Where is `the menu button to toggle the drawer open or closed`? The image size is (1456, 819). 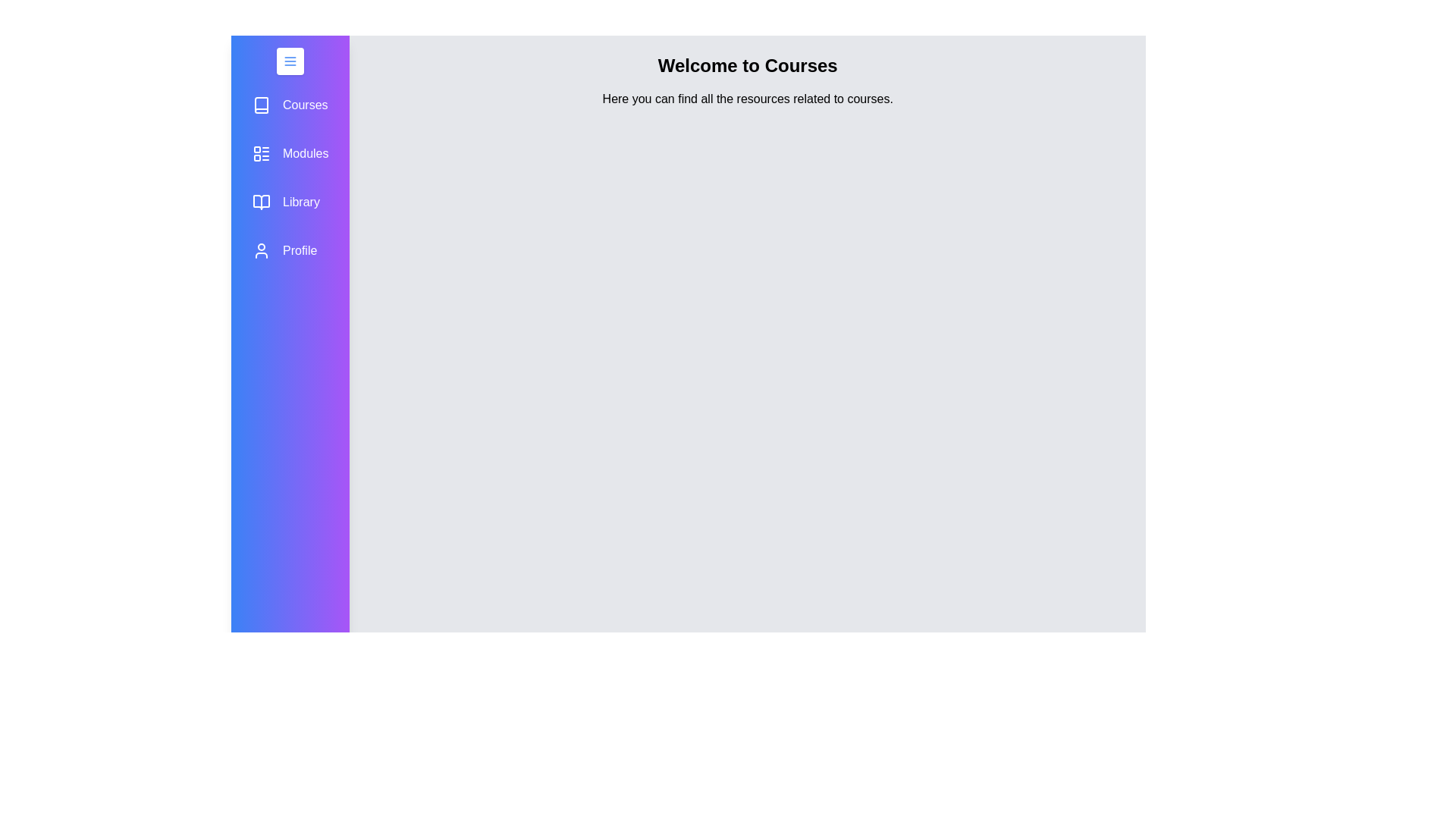
the menu button to toggle the drawer open or closed is located at coordinates (290, 61).